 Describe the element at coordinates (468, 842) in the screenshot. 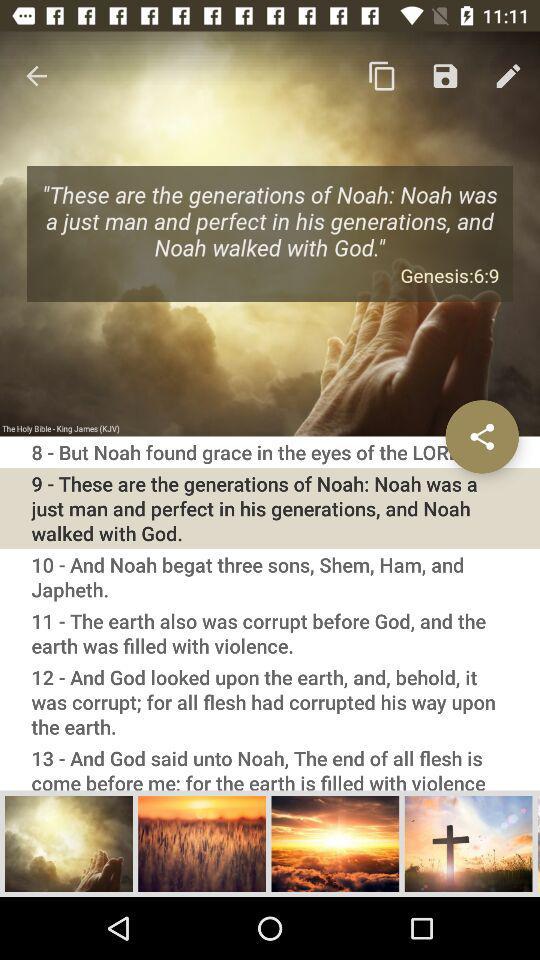

I see `picture far right` at that location.